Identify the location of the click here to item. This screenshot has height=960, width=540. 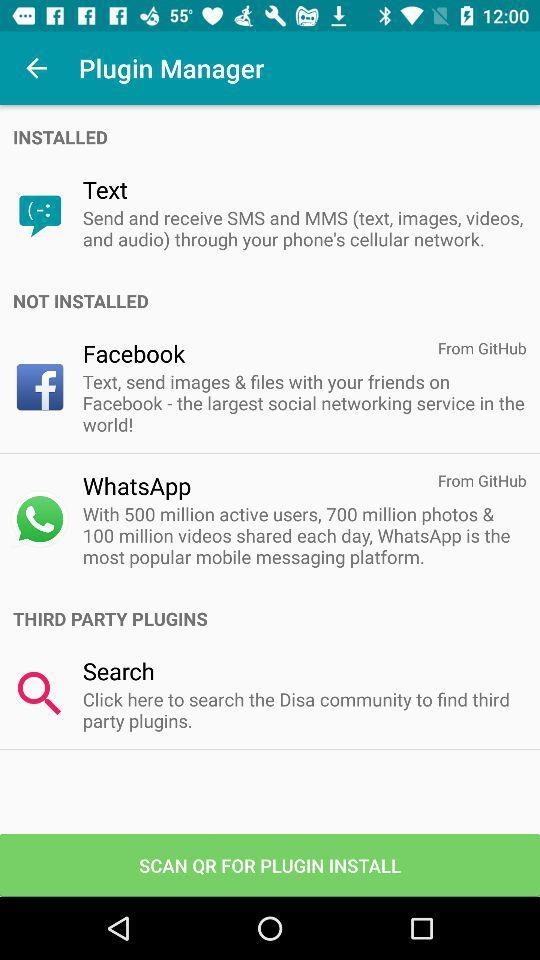
(303, 710).